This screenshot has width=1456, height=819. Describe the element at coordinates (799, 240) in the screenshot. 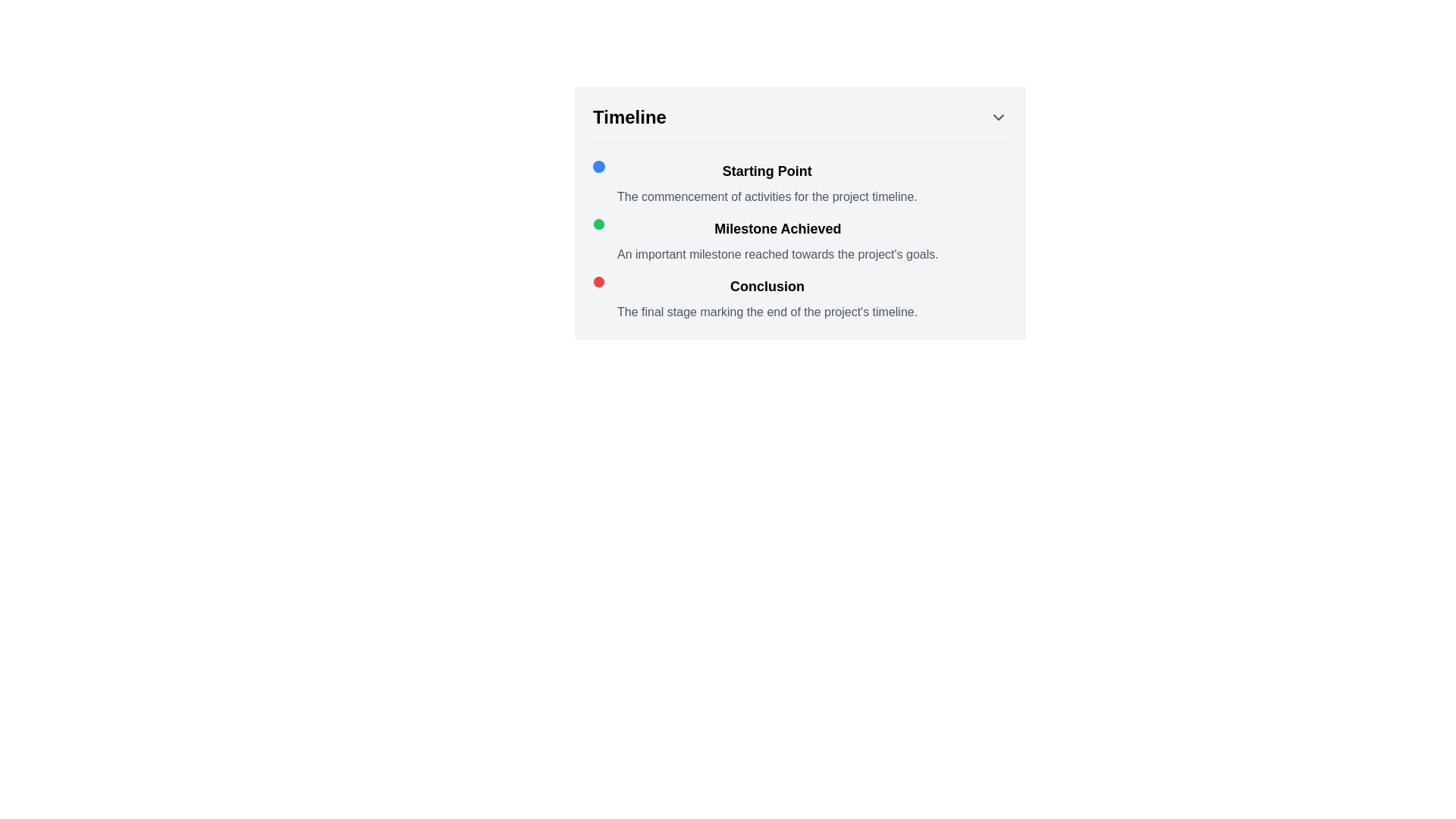

I see `the second stage of the timeline list item, which is positioned between 'Starting Point' and 'Conclusion'` at that location.